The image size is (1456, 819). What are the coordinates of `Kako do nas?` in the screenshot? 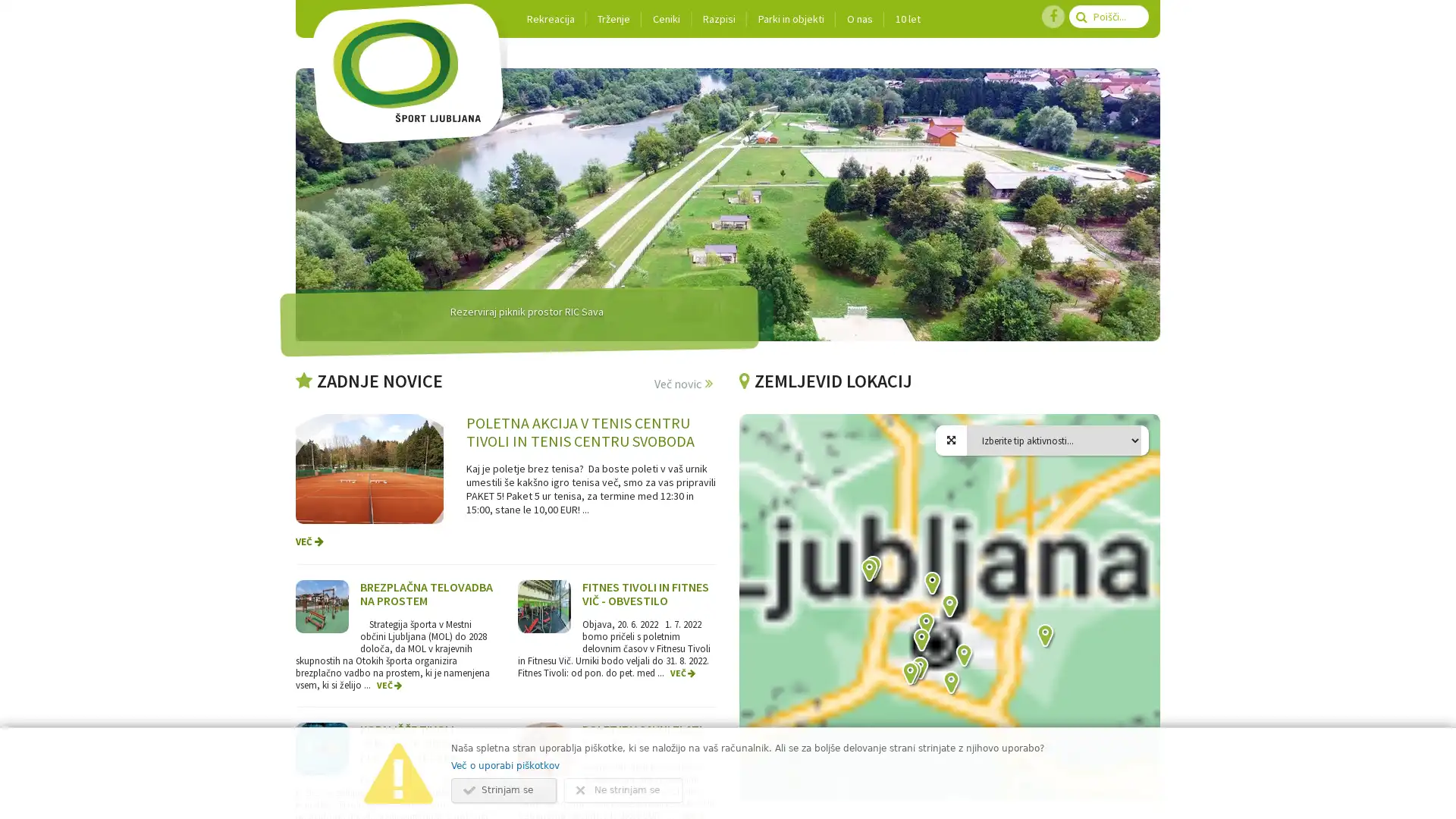 It's located at (918, 669).